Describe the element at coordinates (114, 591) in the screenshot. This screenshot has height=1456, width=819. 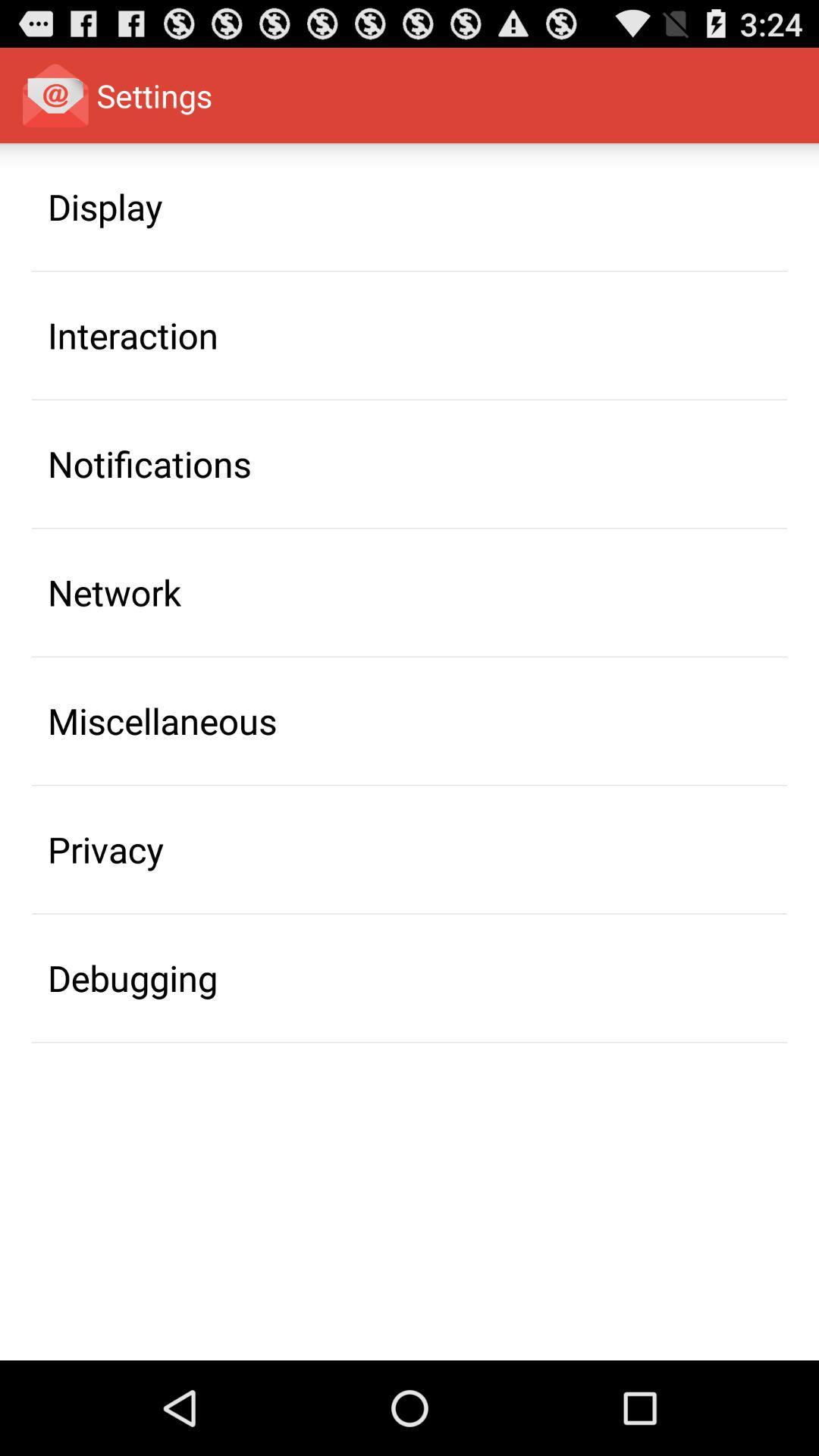
I see `the item above miscellaneous app` at that location.